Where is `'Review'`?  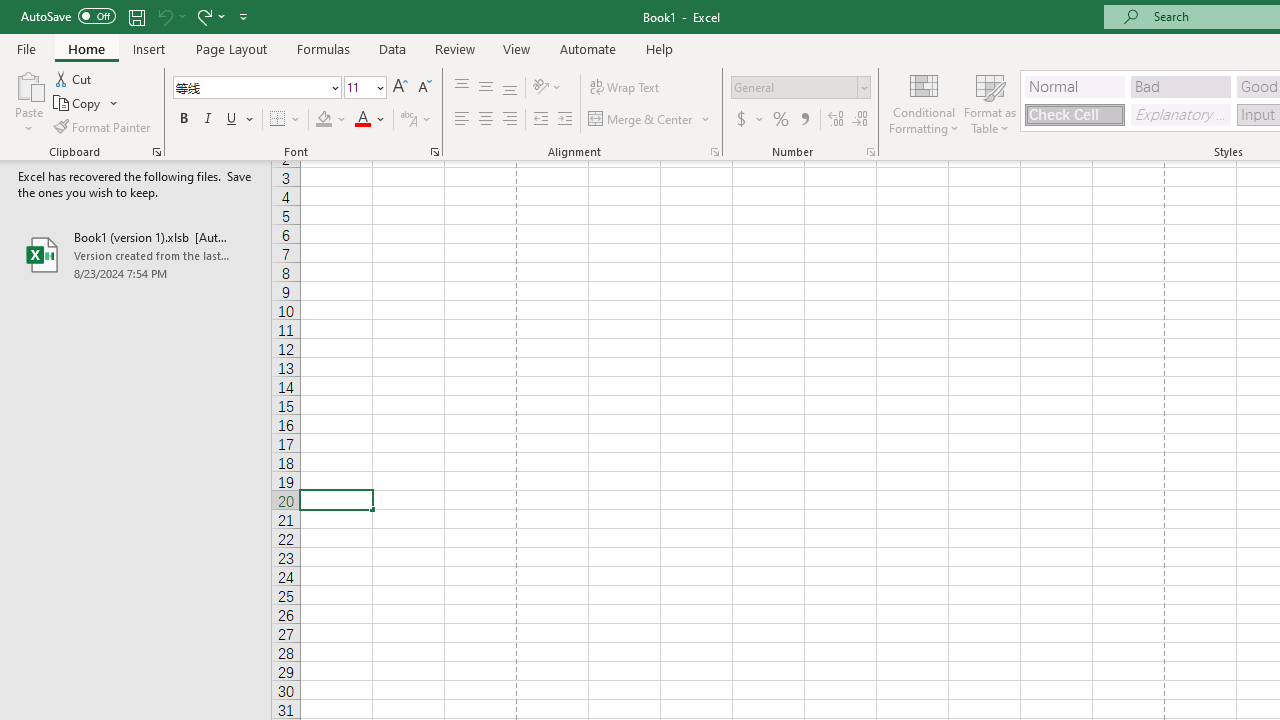
'Review' is located at coordinates (454, 48).